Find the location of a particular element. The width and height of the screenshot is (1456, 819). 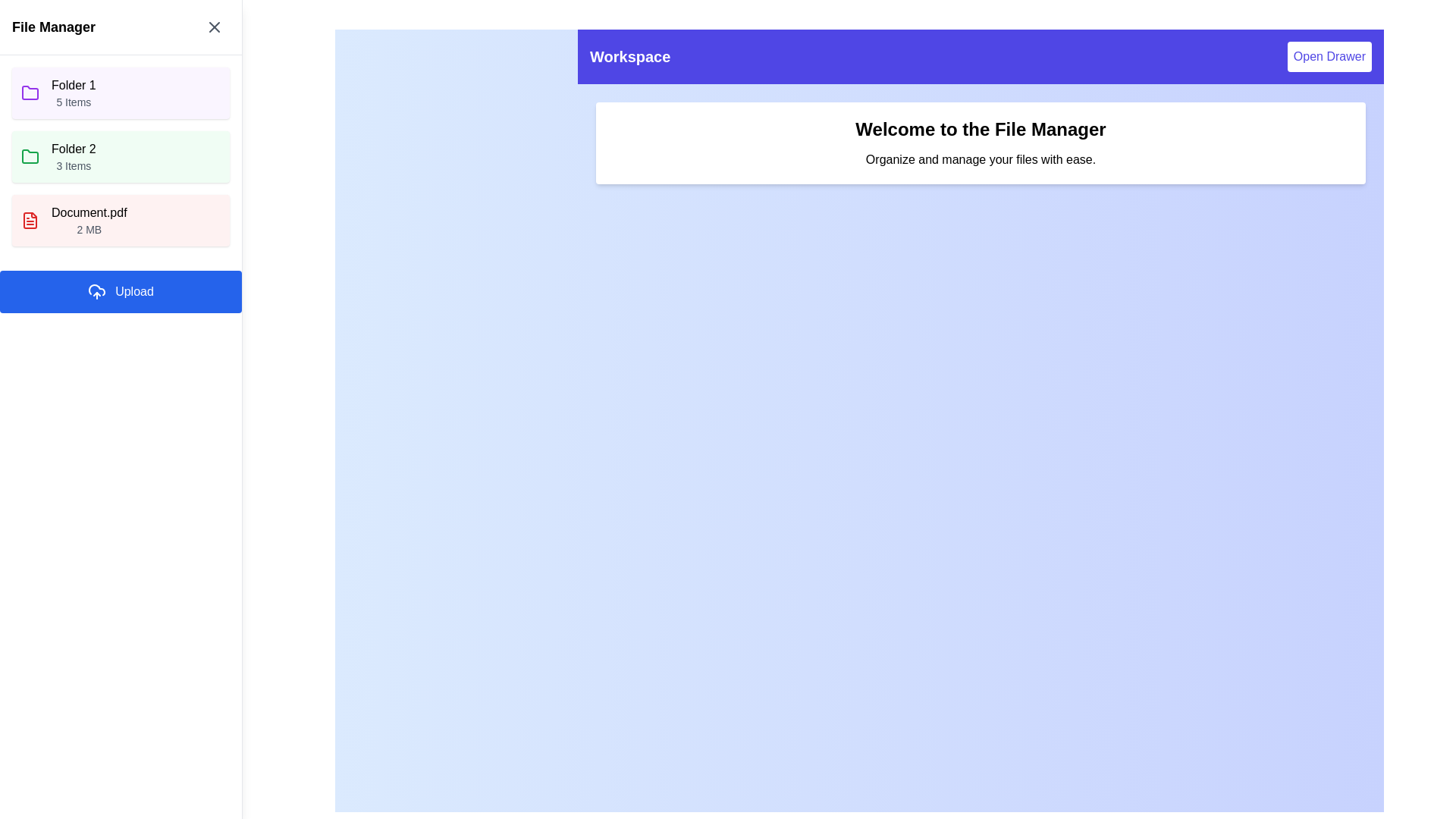

the third file entry is located at coordinates (120, 220).